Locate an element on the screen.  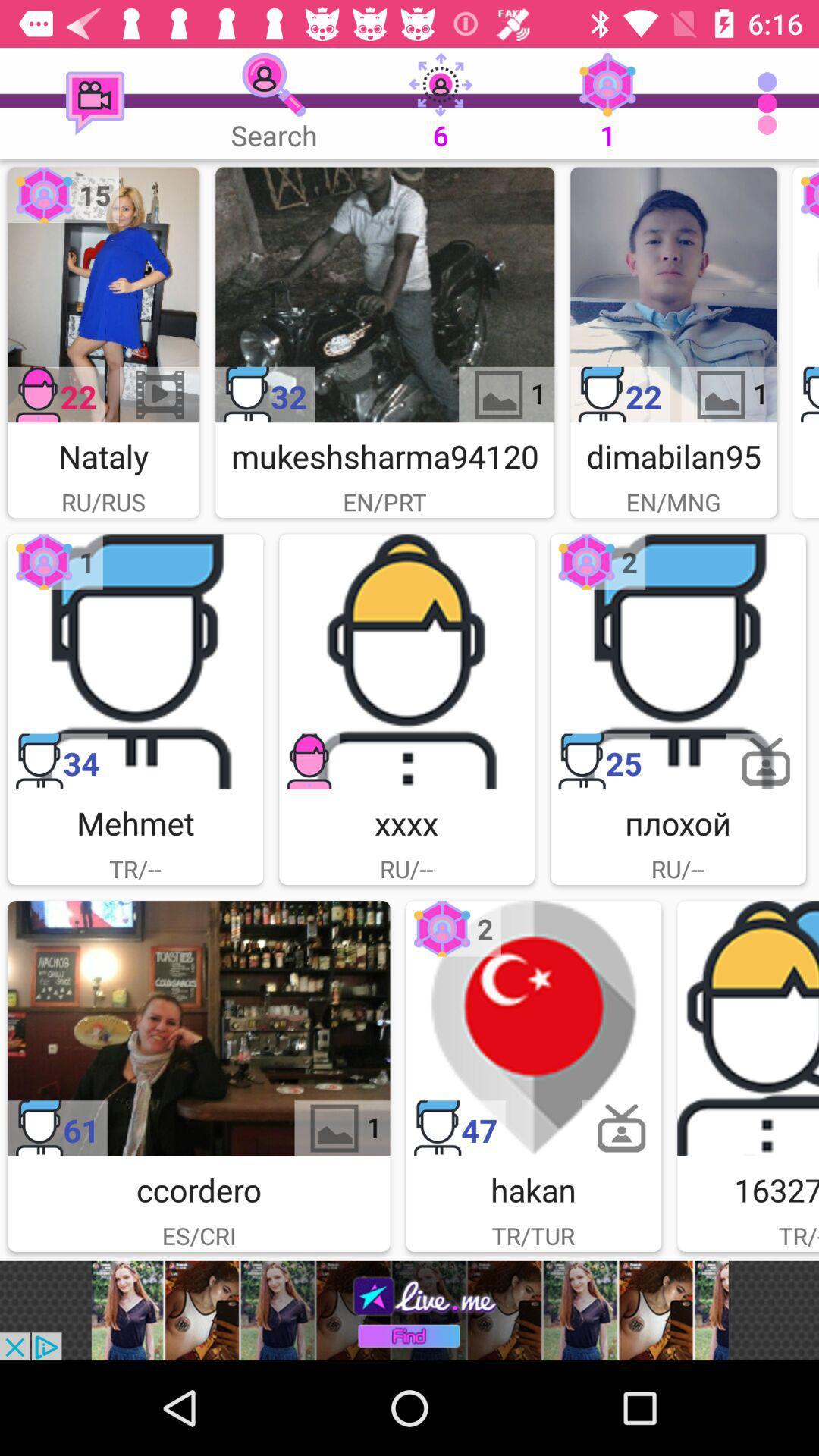
selection choice is located at coordinates (677, 661).